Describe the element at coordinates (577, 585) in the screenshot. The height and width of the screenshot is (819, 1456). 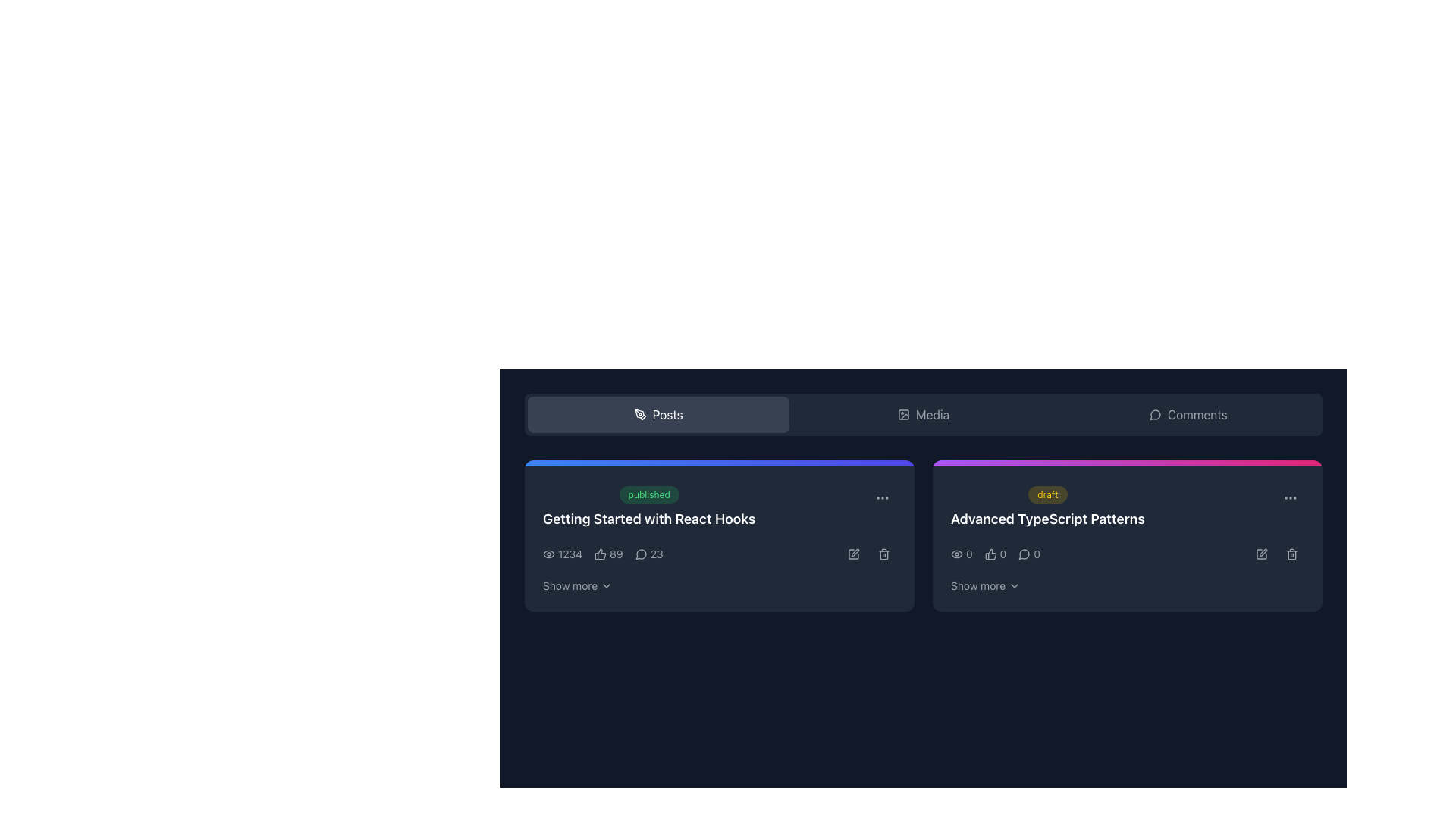
I see `the 'Show more' interactive button at the bottom-left corner of the 'Getting Started with React Hooks' card to observe the color change from gray to white` at that location.